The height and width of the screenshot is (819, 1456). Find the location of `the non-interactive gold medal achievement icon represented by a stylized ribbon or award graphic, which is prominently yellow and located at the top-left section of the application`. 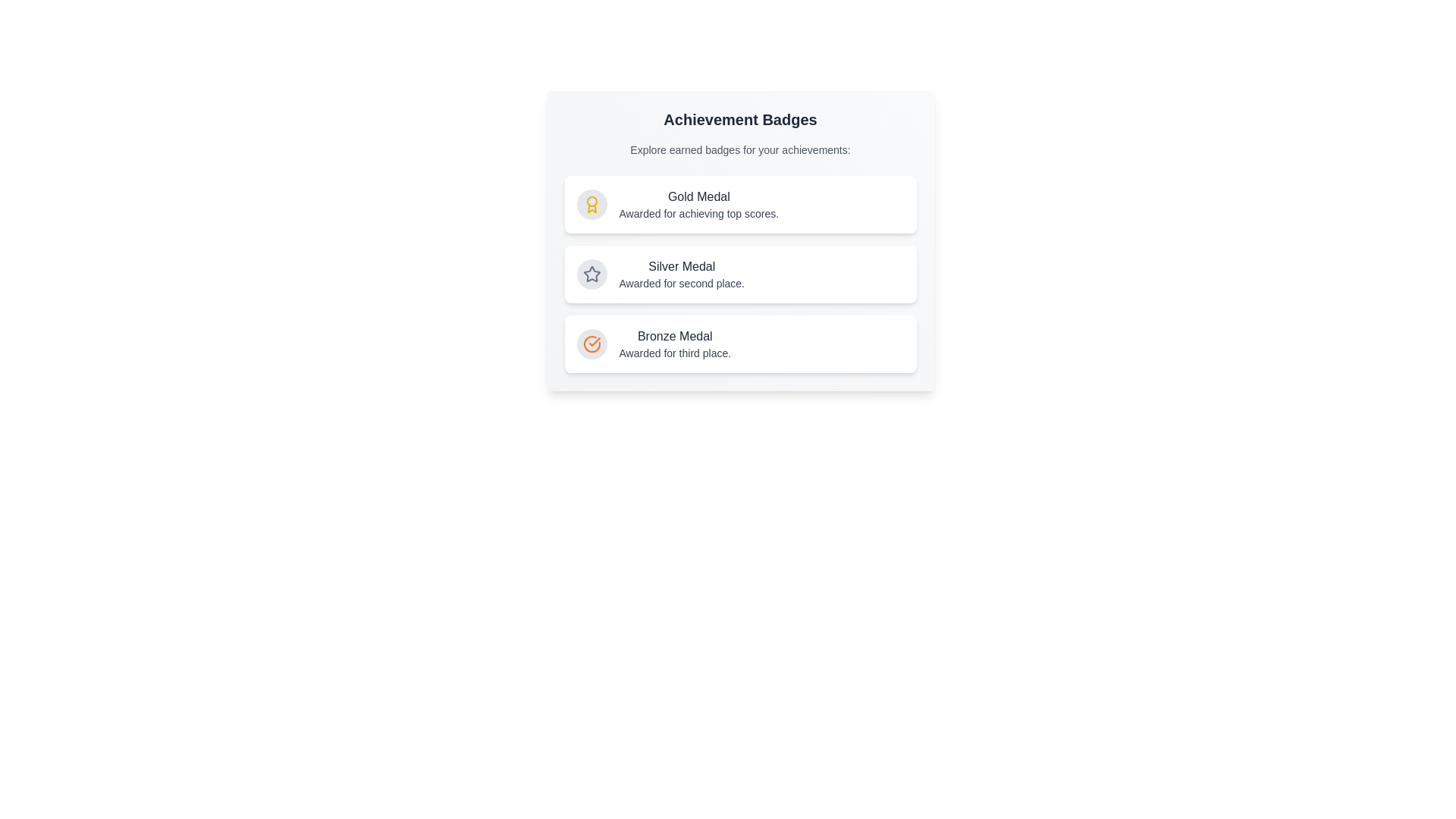

the non-interactive gold medal achievement icon represented by a stylized ribbon or award graphic, which is prominently yellow and located at the top-left section of the application is located at coordinates (591, 209).